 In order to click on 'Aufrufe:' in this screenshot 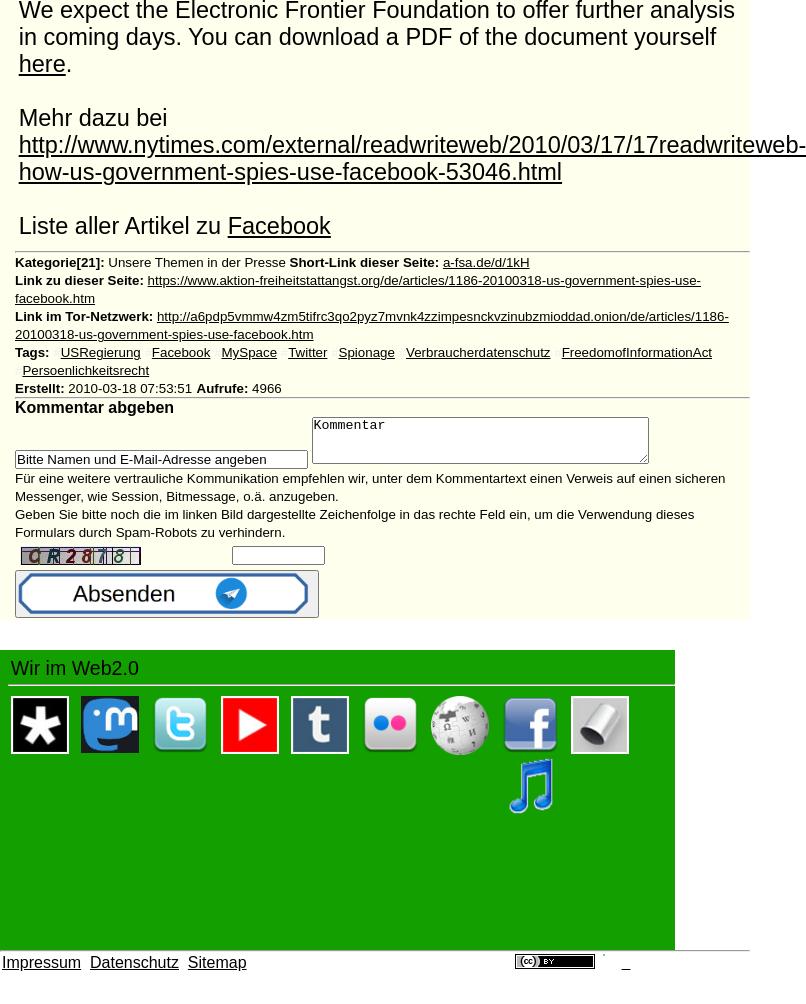, I will do `click(196, 387)`.